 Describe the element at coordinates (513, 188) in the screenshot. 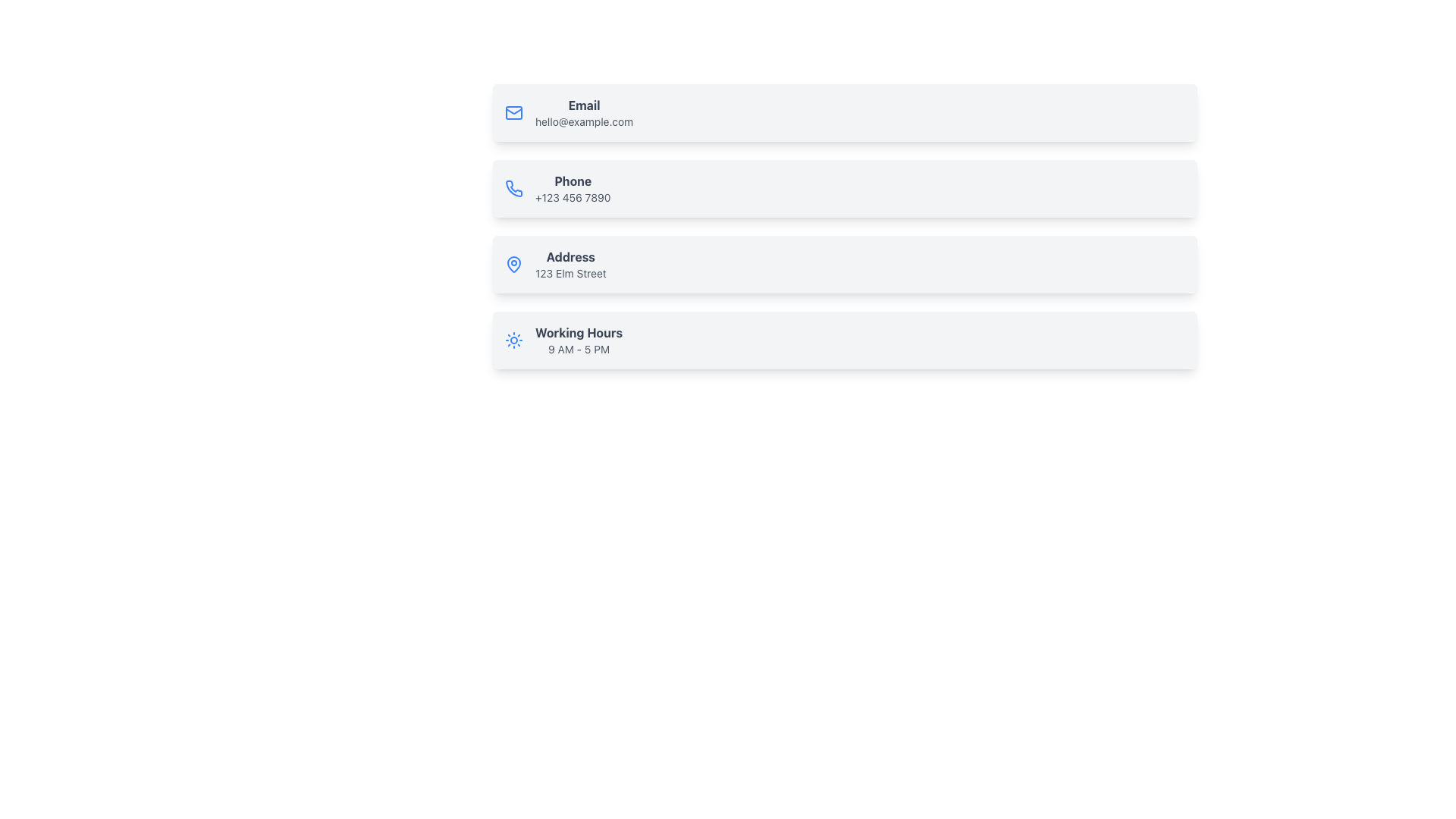

I see `the phone icon located at the top-left corner of the card labeled 'Phone +123 456 7890'` at that location.